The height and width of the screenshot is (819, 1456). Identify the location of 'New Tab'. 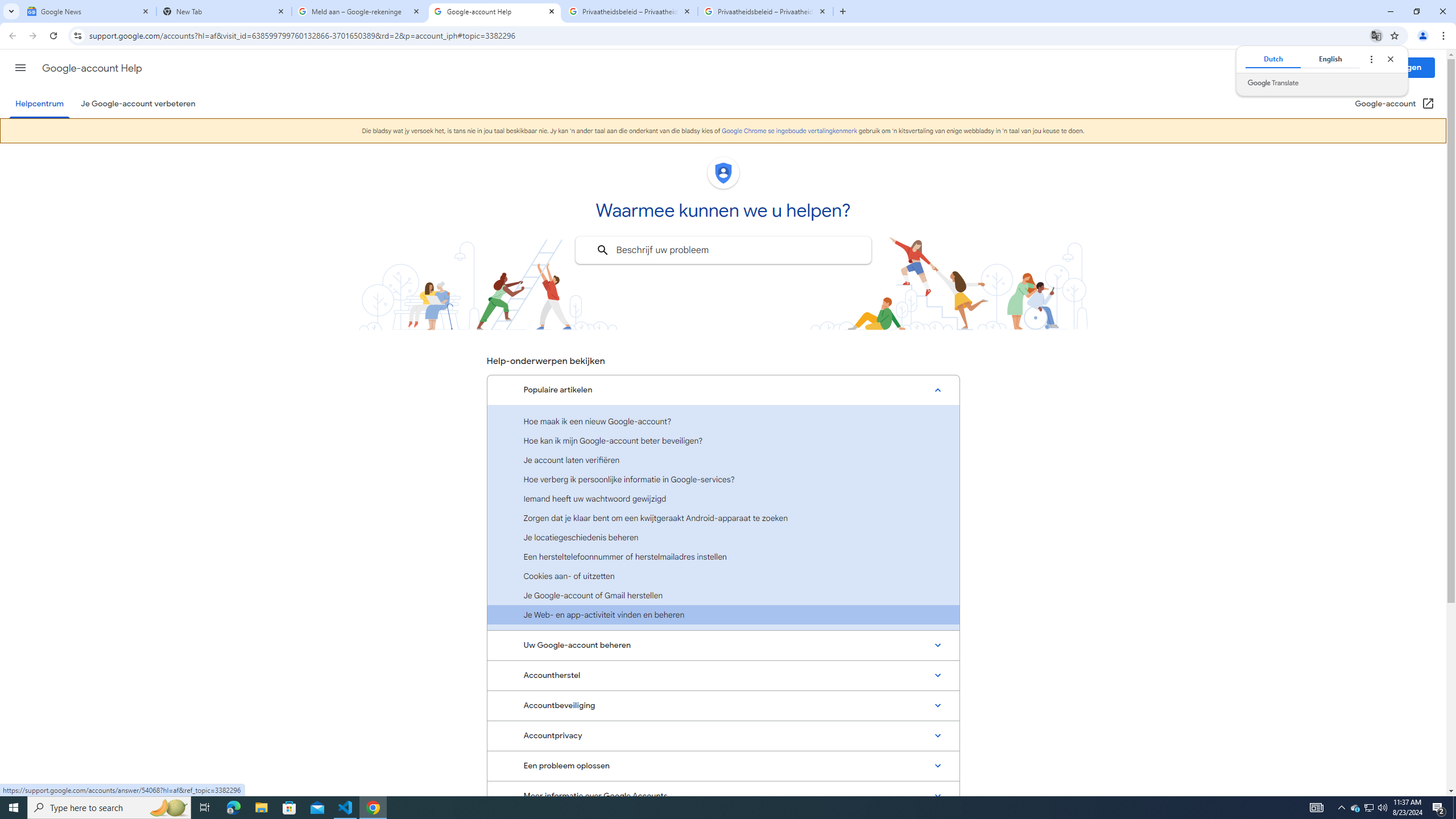
(224, 11).